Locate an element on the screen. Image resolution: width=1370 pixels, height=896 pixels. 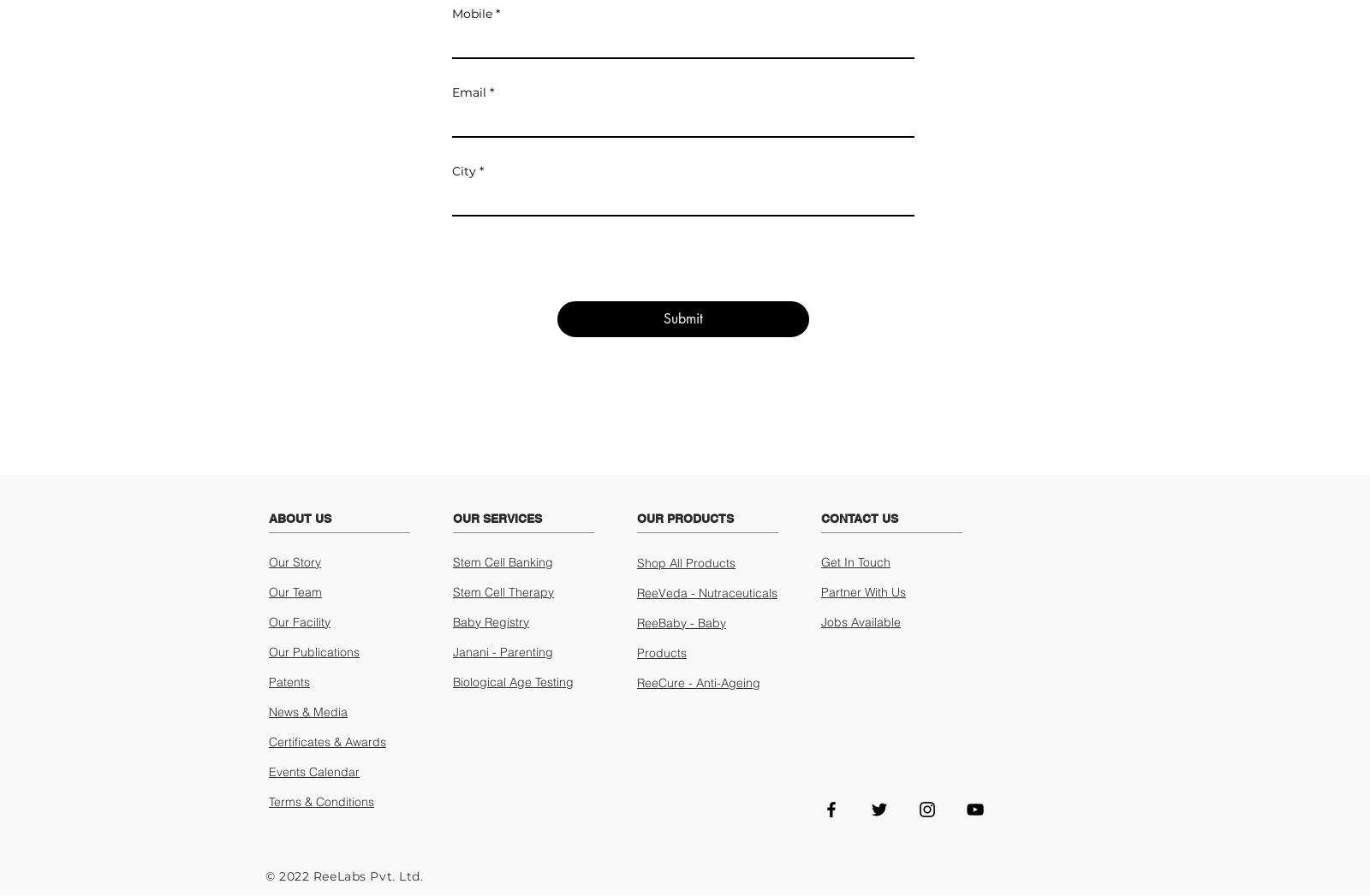
'Stem Cell Banking' is located at coordinates (502, 561).